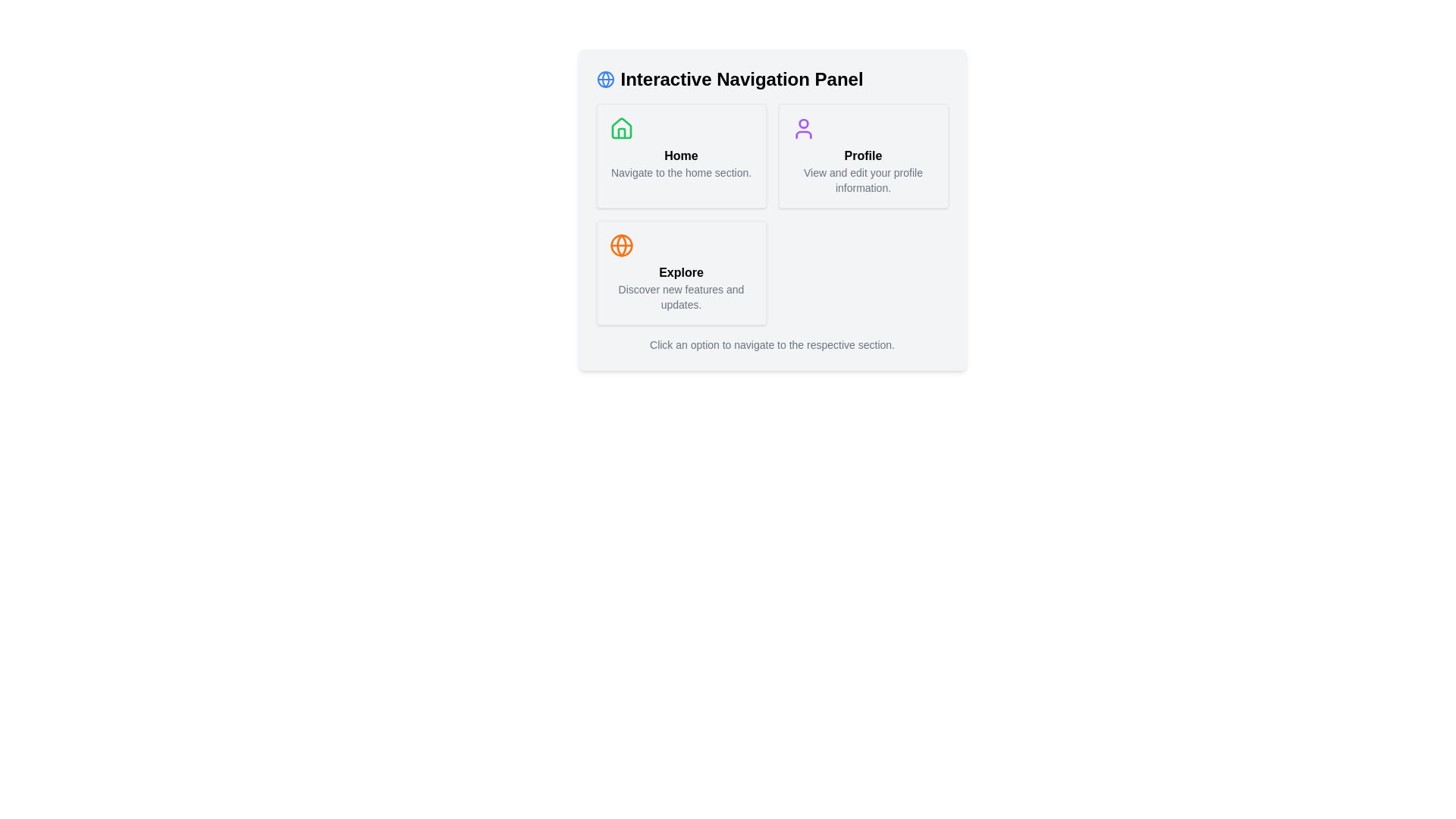 This screenshot has height=819, width=1456. What do you see at coordinates (863, 180) in the screenshot?
I see `the label that contains the text 'View and edit your profile information.' located in the lower section of the 'Profile' card` at bounding box center [863, 180].